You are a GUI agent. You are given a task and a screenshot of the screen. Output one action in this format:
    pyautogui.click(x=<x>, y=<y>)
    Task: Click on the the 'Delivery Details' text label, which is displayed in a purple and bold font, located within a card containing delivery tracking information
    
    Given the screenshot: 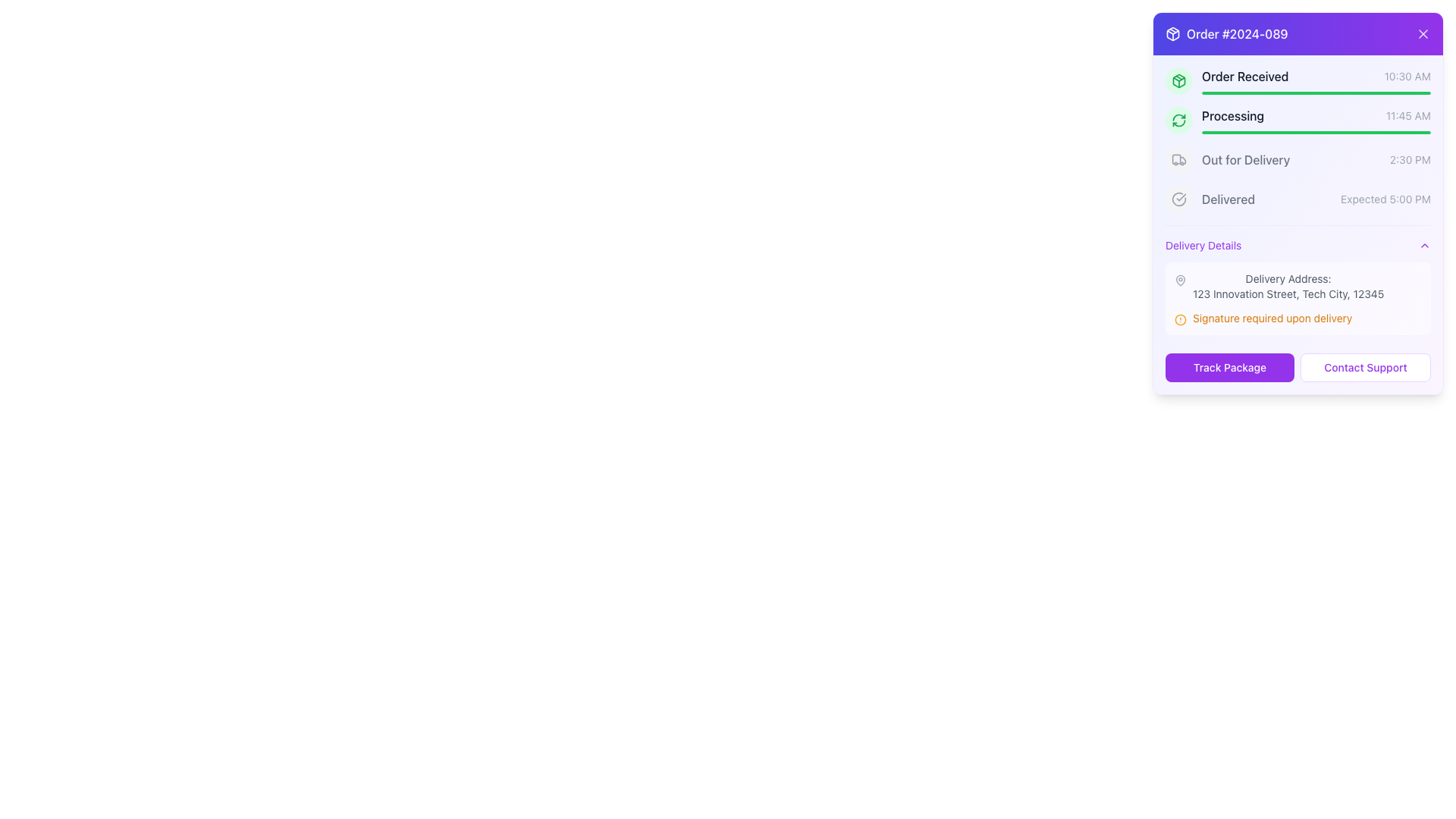 What is the action you would take?
    pyautogui.click(x=1203, y=245)
    